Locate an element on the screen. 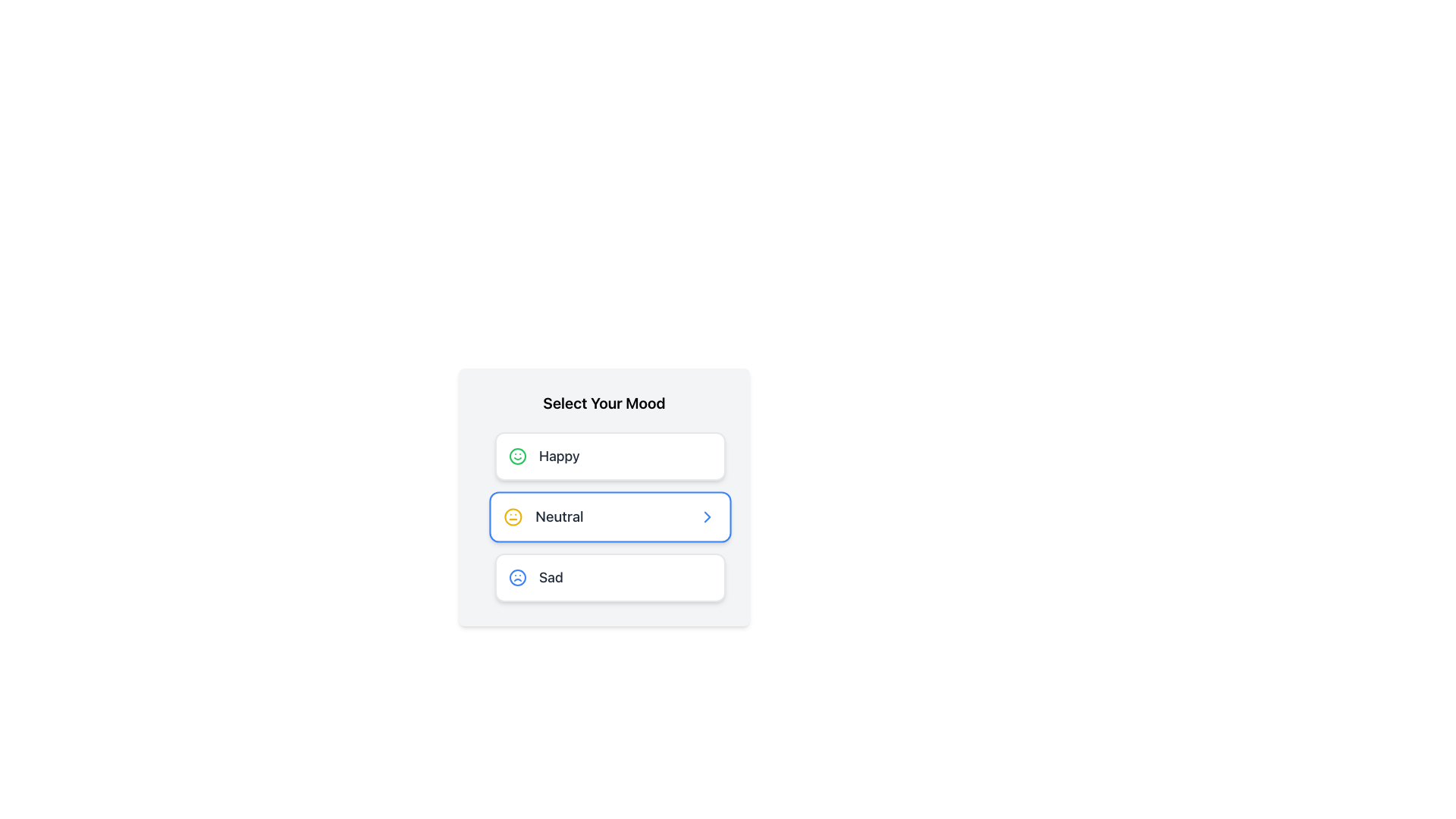 This screenshot has height=819, width=1456. the 'Neutral' mood selectable card to provide visual emphasis, which is the second item in the mood selection list between 'Happy' and 'Sad' is located at coordinates (603, 516).